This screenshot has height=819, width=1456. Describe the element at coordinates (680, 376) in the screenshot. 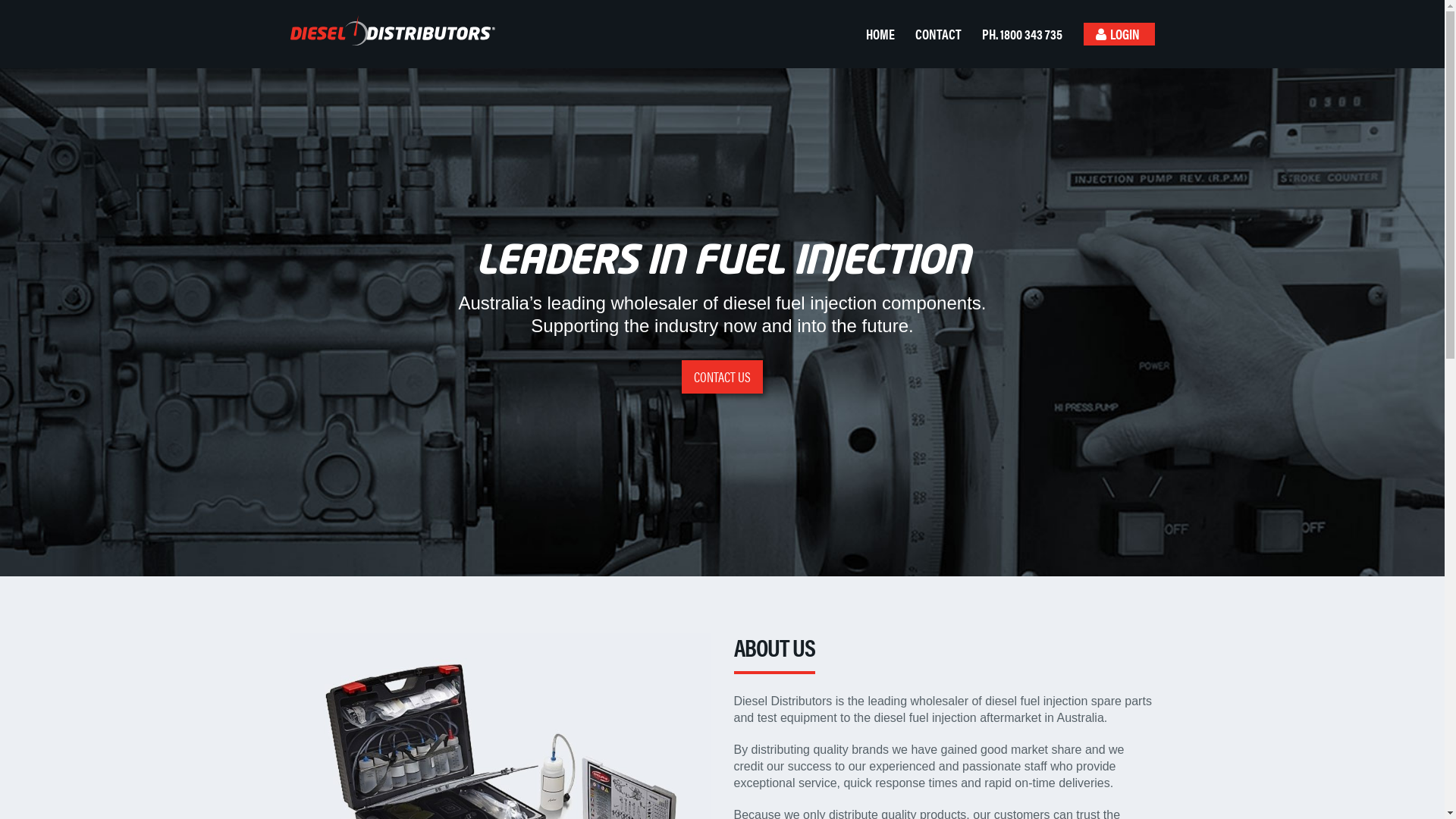

I see `'CONTACT US'` at that location.